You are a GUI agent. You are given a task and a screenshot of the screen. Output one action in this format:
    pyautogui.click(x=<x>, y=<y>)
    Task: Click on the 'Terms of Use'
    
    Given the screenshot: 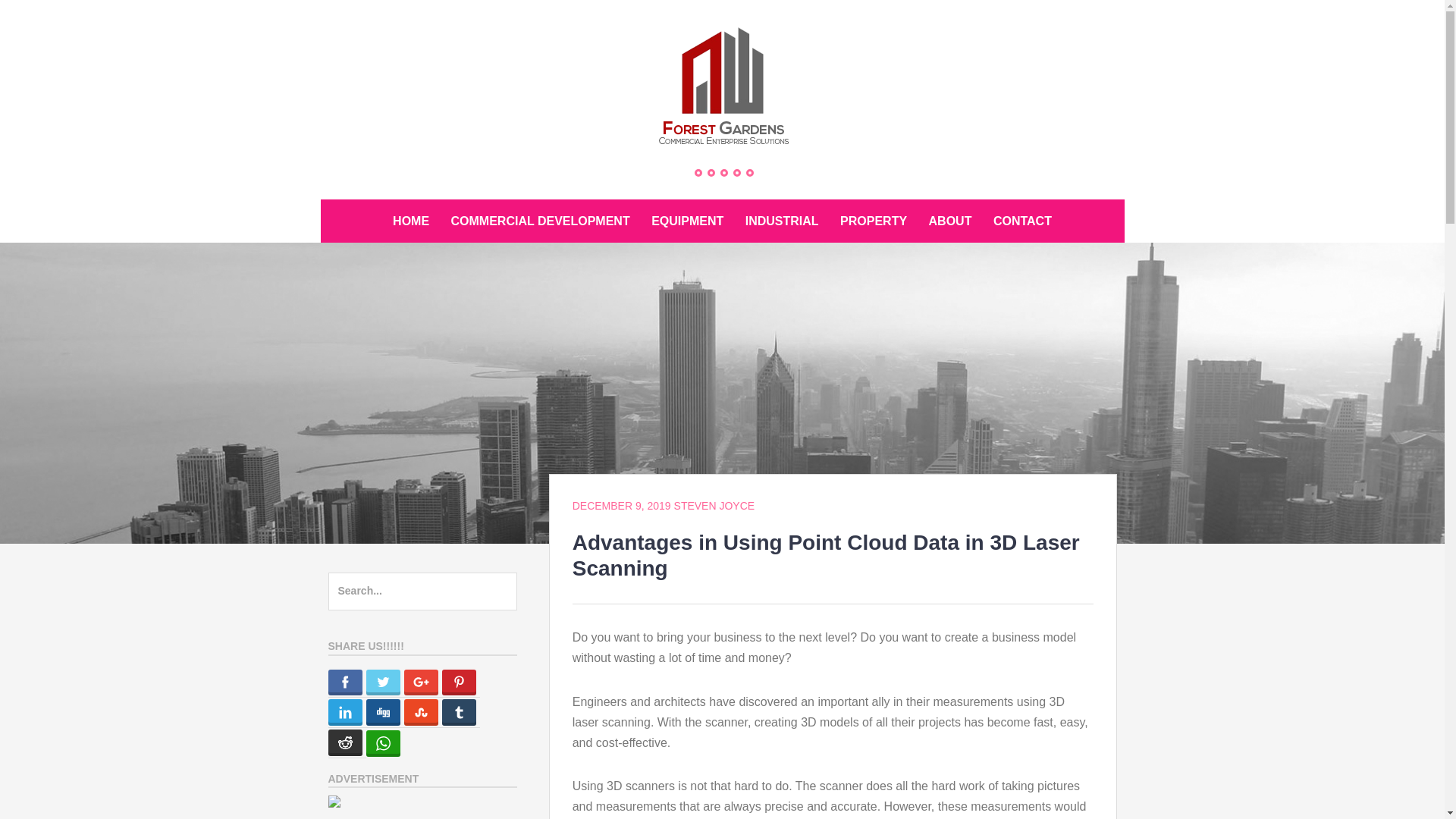 What is the action you would take?
    pyautogui.click(x=749, y=171)
    